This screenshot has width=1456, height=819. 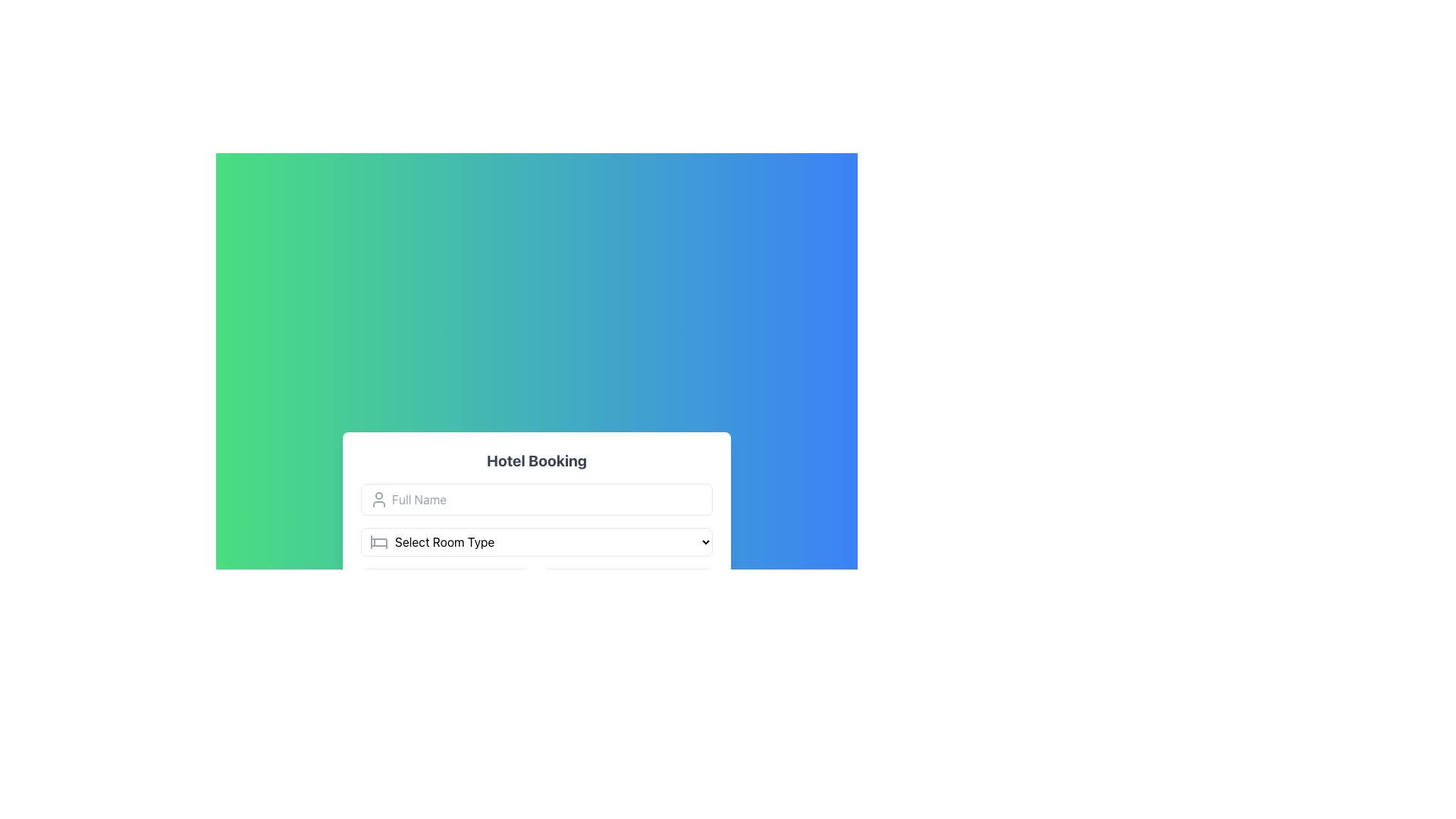 I want to click on the icon located to the left of the 'Full Name' input field, so click(x=378, y=500).